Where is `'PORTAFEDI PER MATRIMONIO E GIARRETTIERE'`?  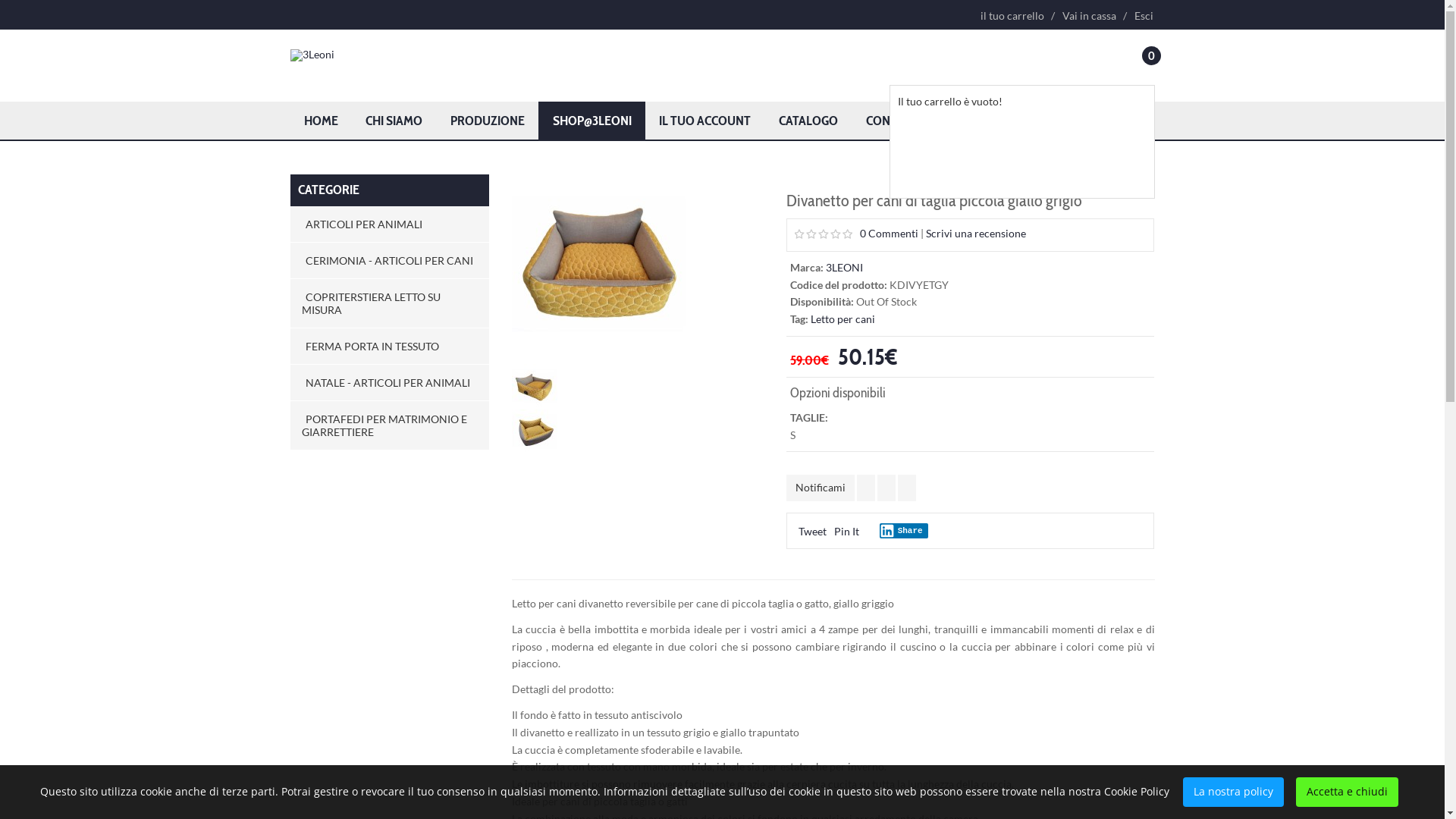 'PORTAFEDI PER MATRIMONIO E GIARRETTIERE' is located at coordinates (290, 425).